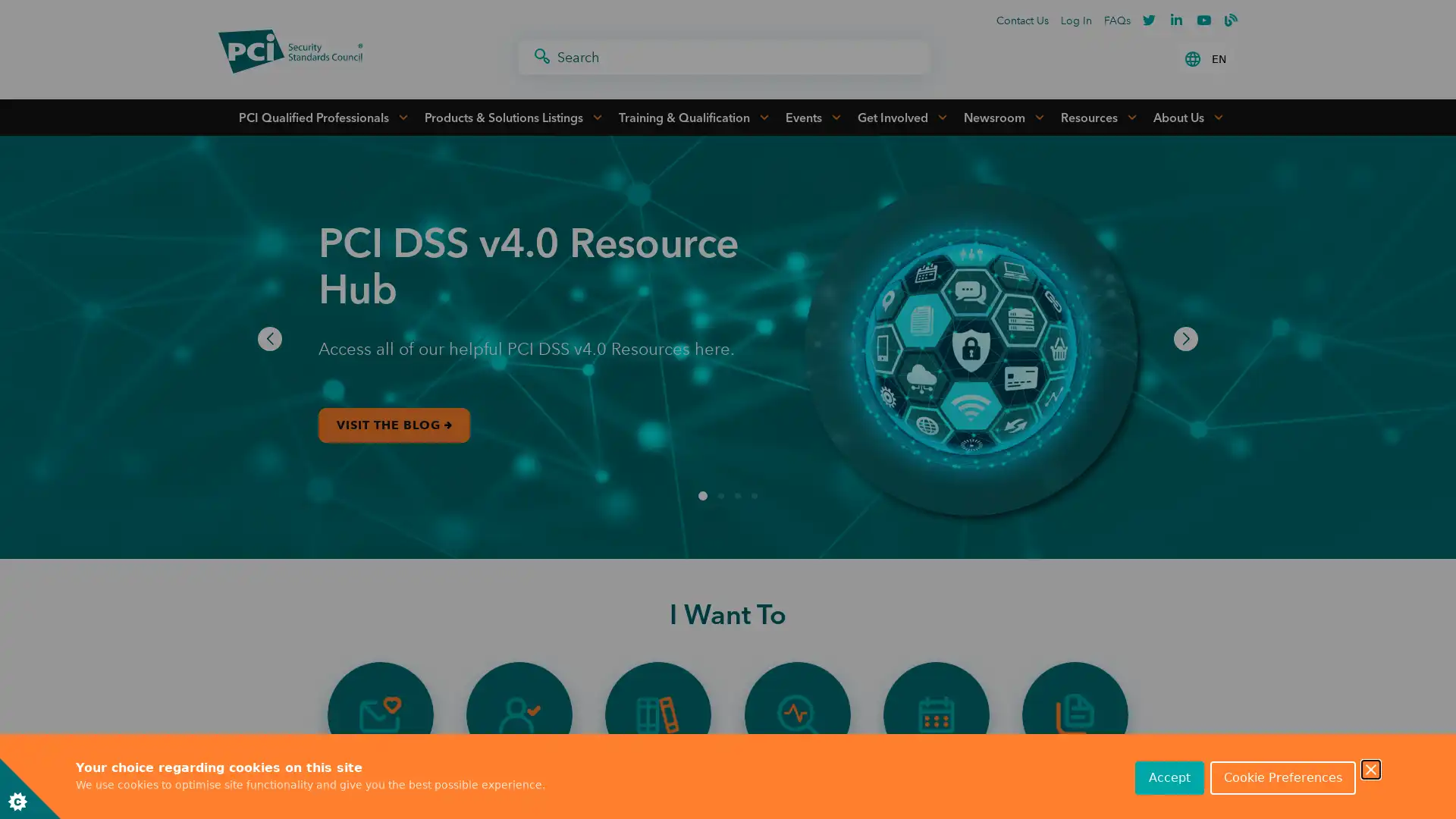  What do you see at coordinates (269, 337) in the screenshot?
I see `Previous slide` at bounding box center [269, 337].